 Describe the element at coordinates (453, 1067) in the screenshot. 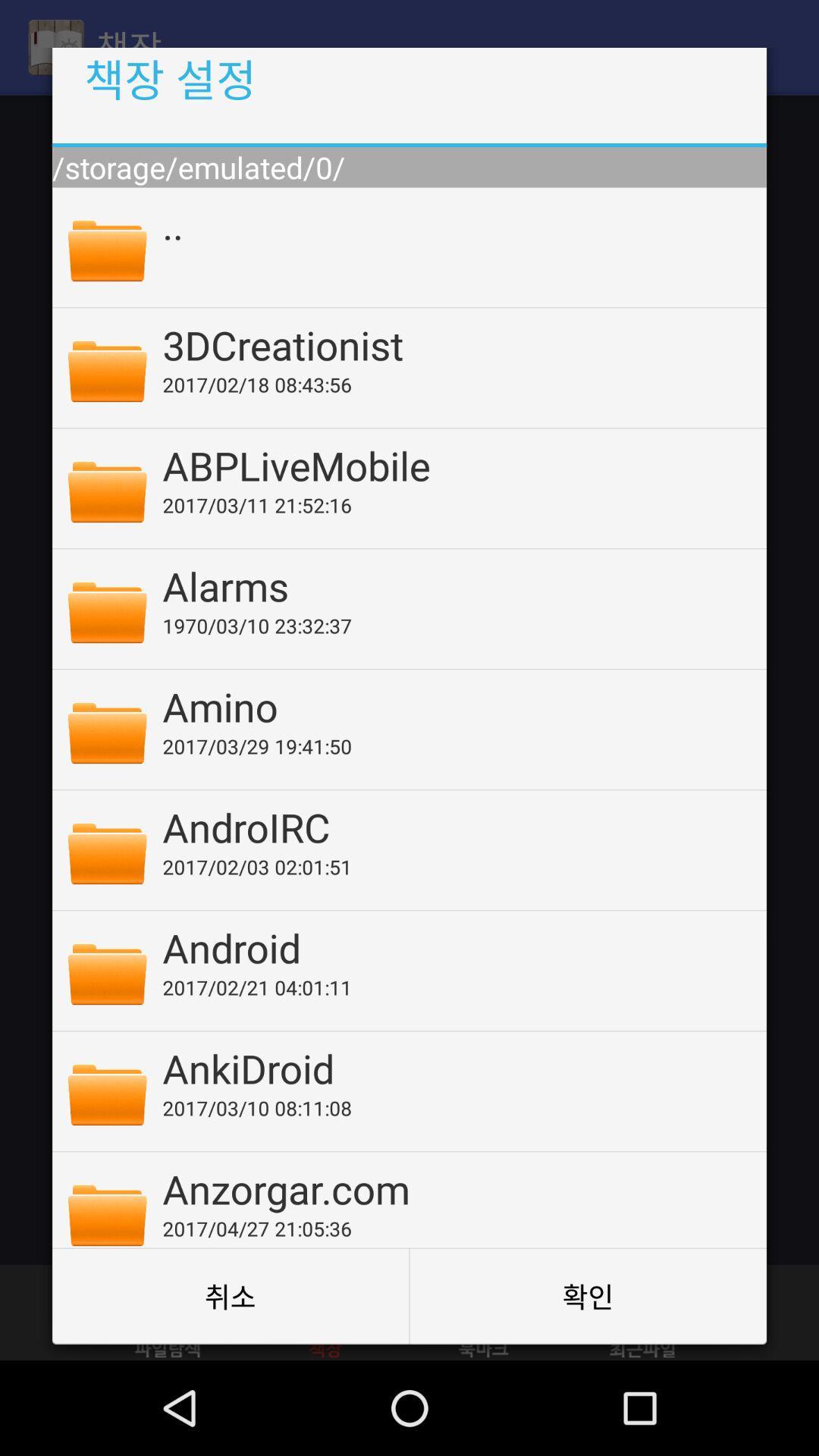

I see `icon below the 2017 02 21` at that location.